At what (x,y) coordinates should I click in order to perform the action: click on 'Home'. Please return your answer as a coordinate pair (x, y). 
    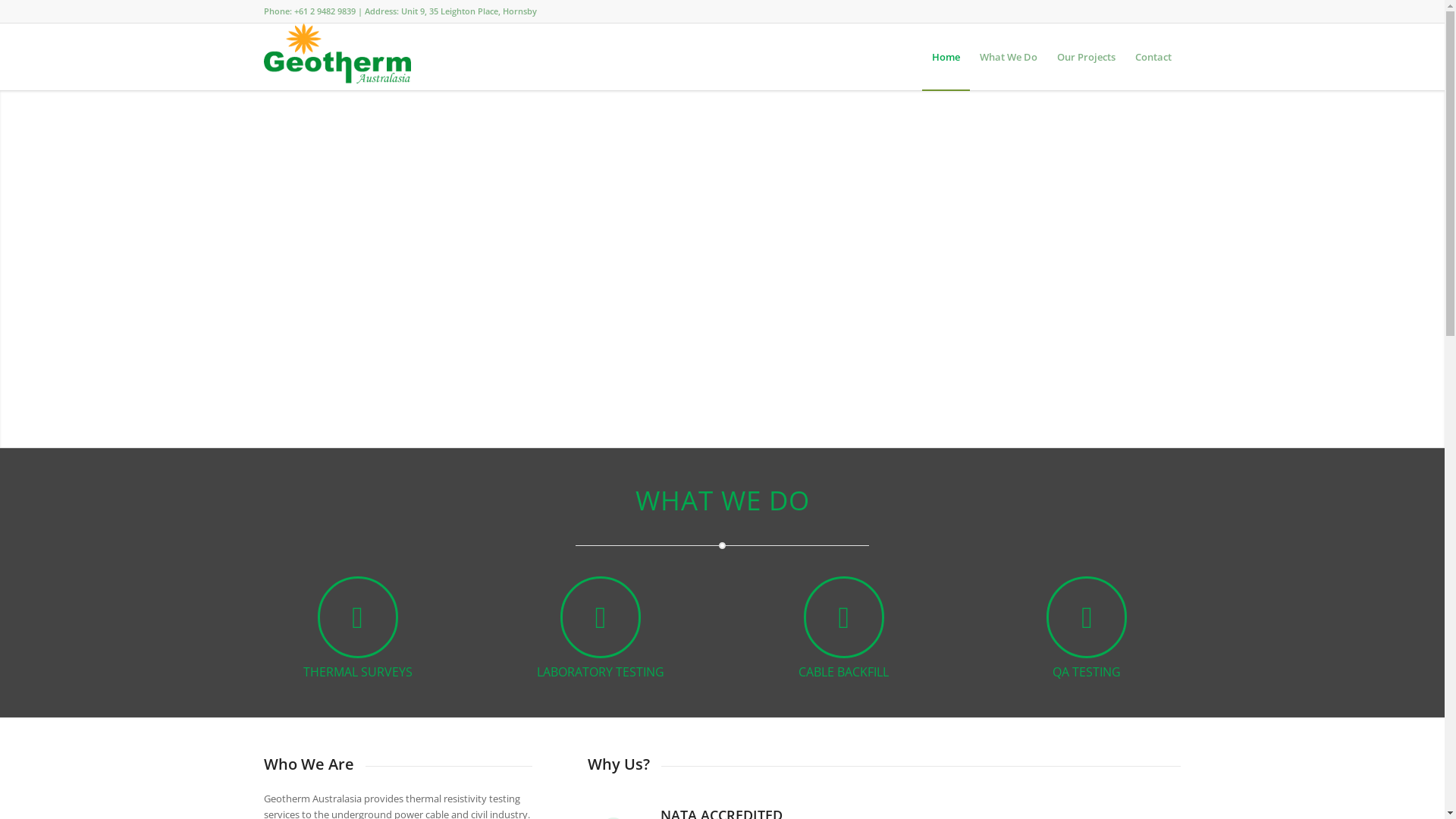
    Looking at the image, I should click on (945, 55).